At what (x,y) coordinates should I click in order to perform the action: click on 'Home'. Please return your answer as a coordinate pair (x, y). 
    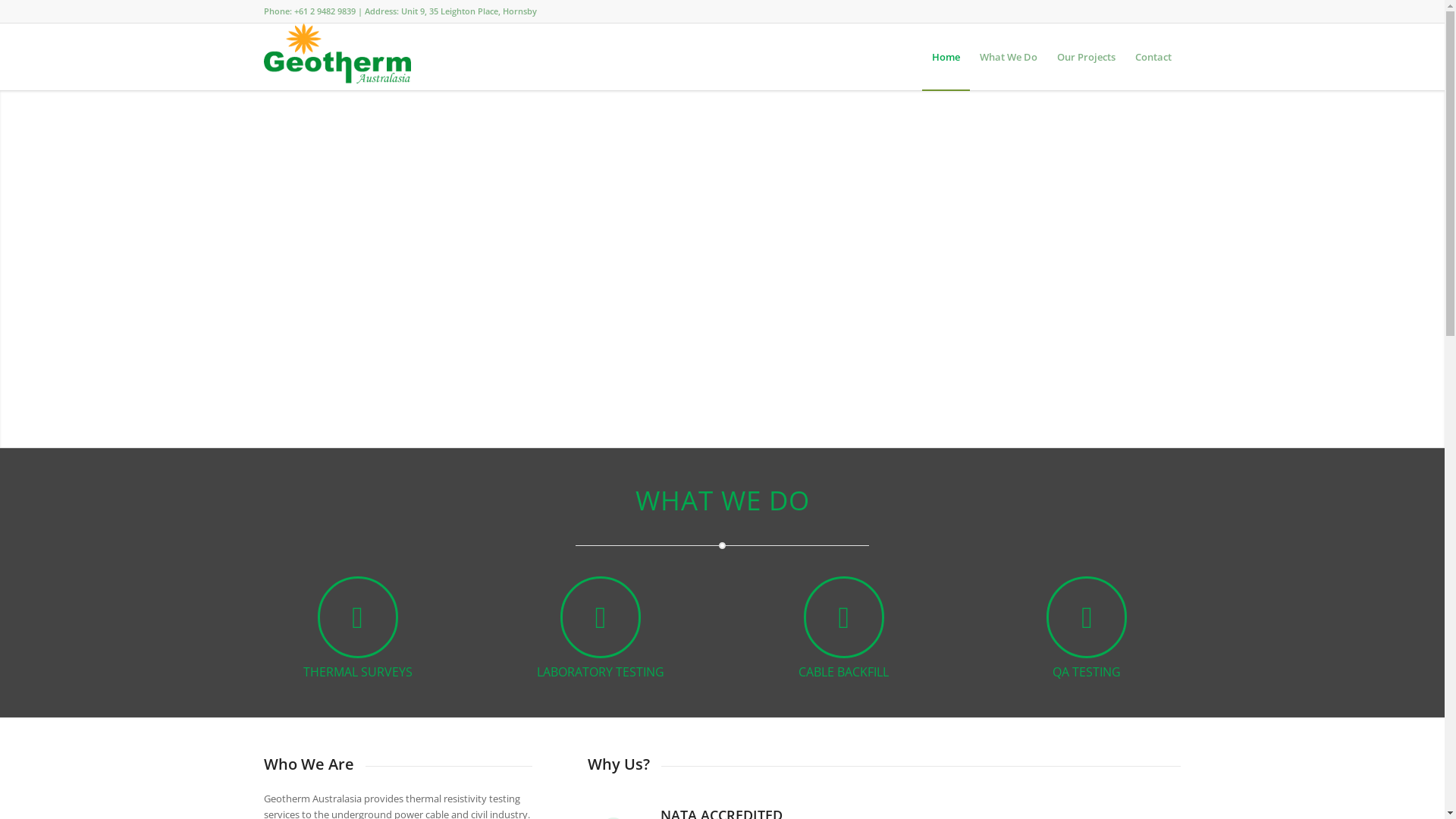
    Looking at the image, I should click on (945, 55).